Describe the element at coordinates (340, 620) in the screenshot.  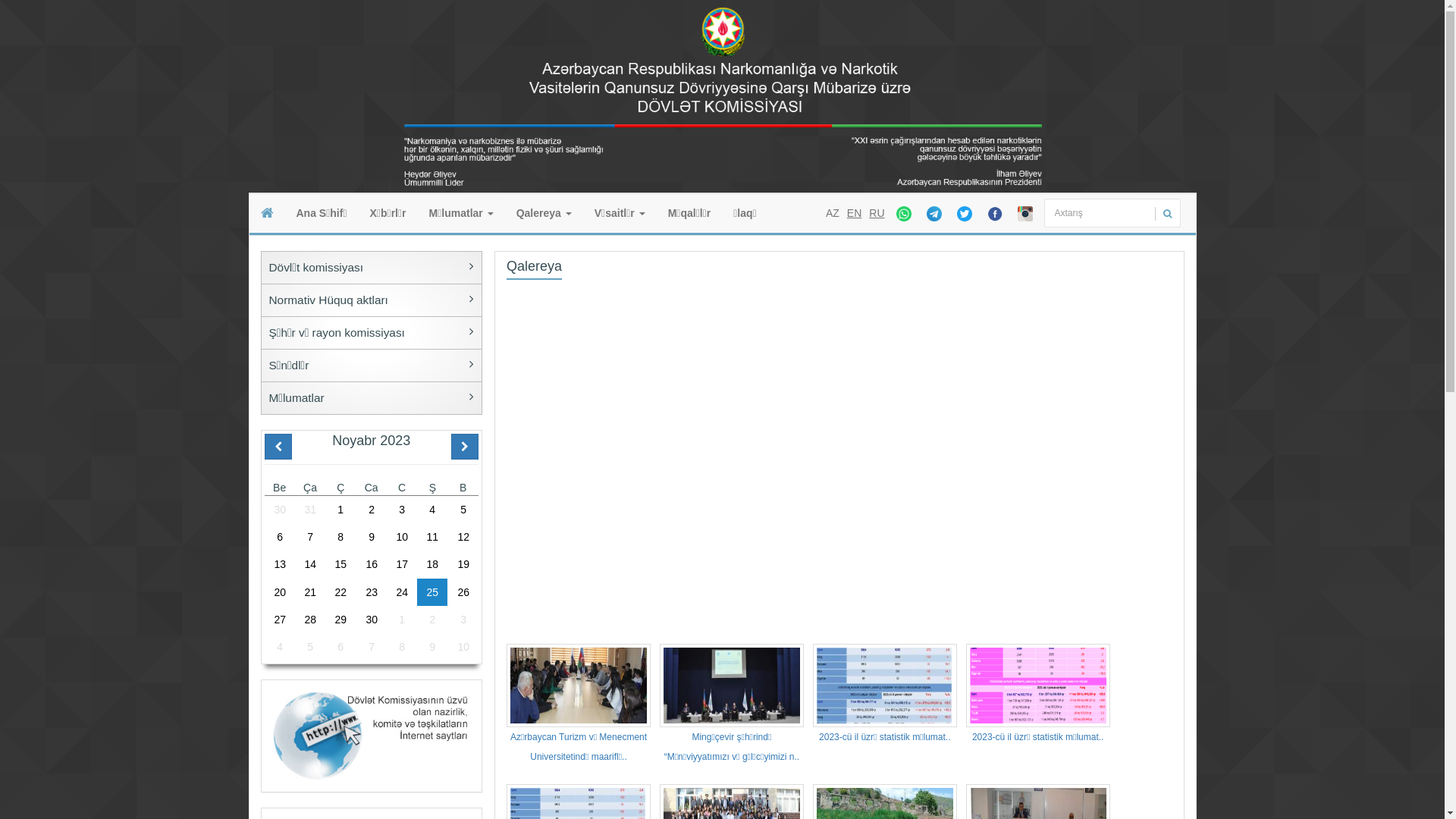
I see `'29'` at that location.